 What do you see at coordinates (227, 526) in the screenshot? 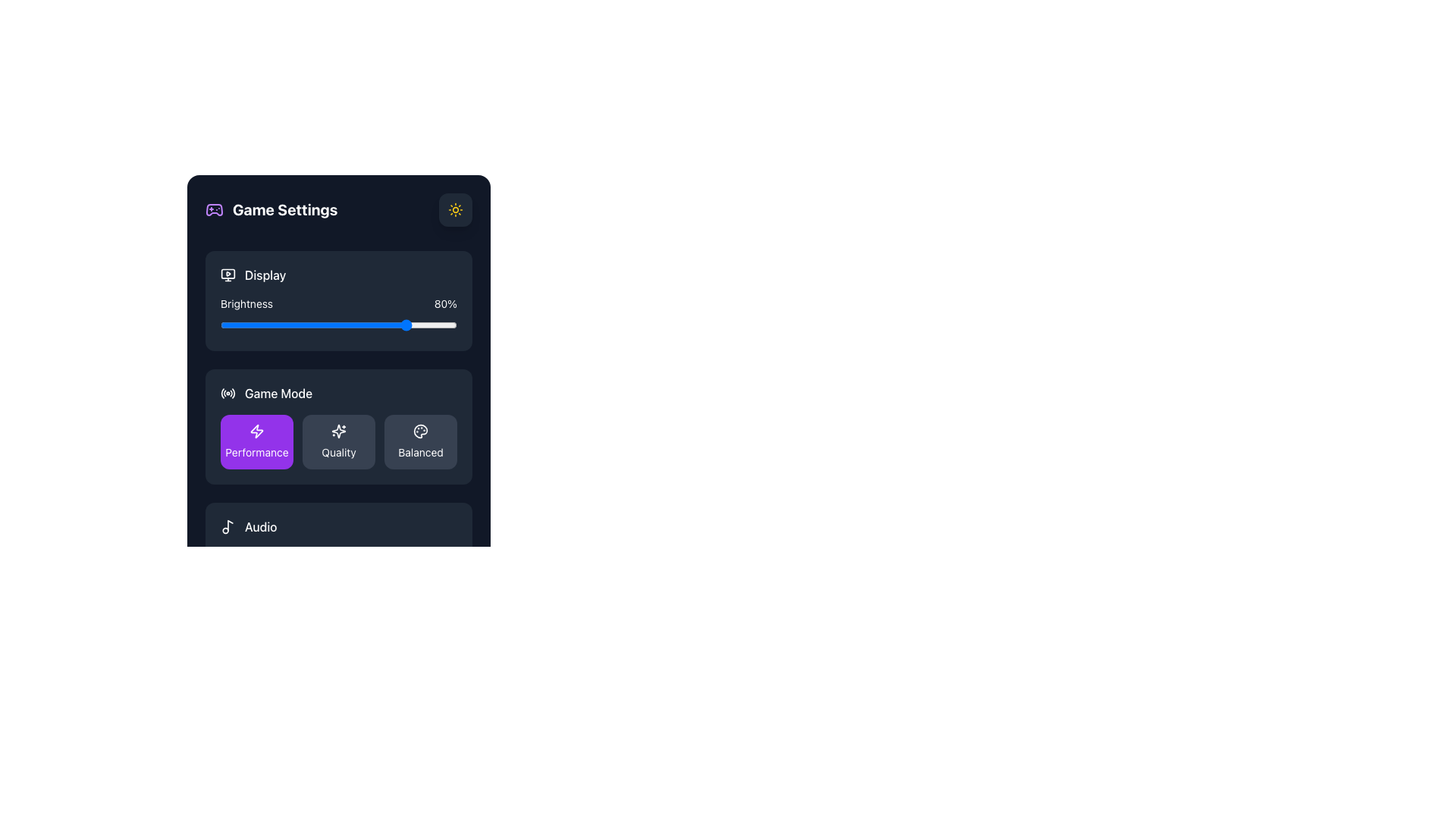
I see `the musical note icon located to the far left of the 'Audio' text within the 'Game Settings' interface` at bounding box center [227, 526].